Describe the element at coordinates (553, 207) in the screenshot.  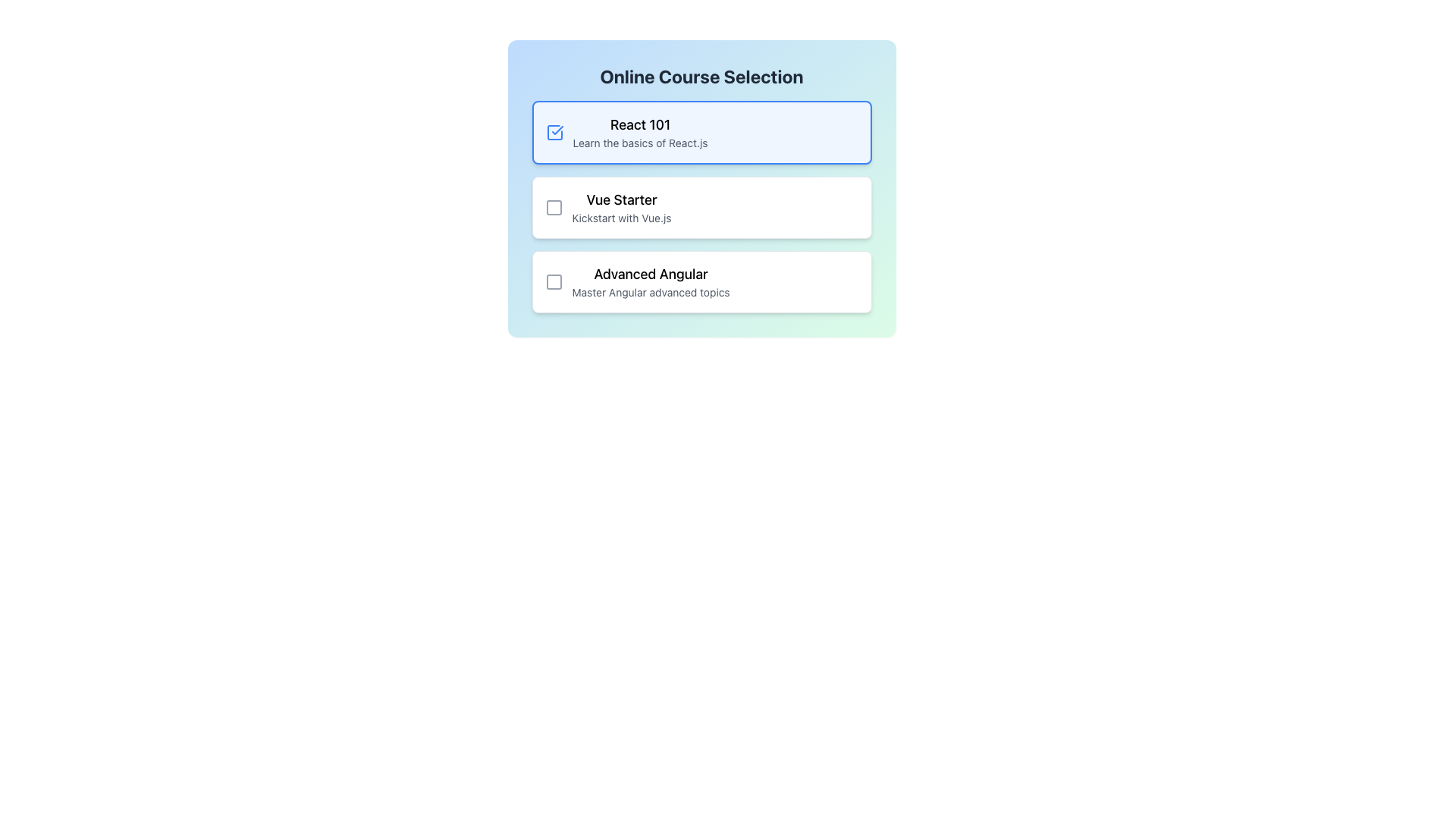
I see `the visual indicator icon located immediately to the left of the text 'Vue Starter' in the middle row of the 'Online Course Selection' panel` at that location.